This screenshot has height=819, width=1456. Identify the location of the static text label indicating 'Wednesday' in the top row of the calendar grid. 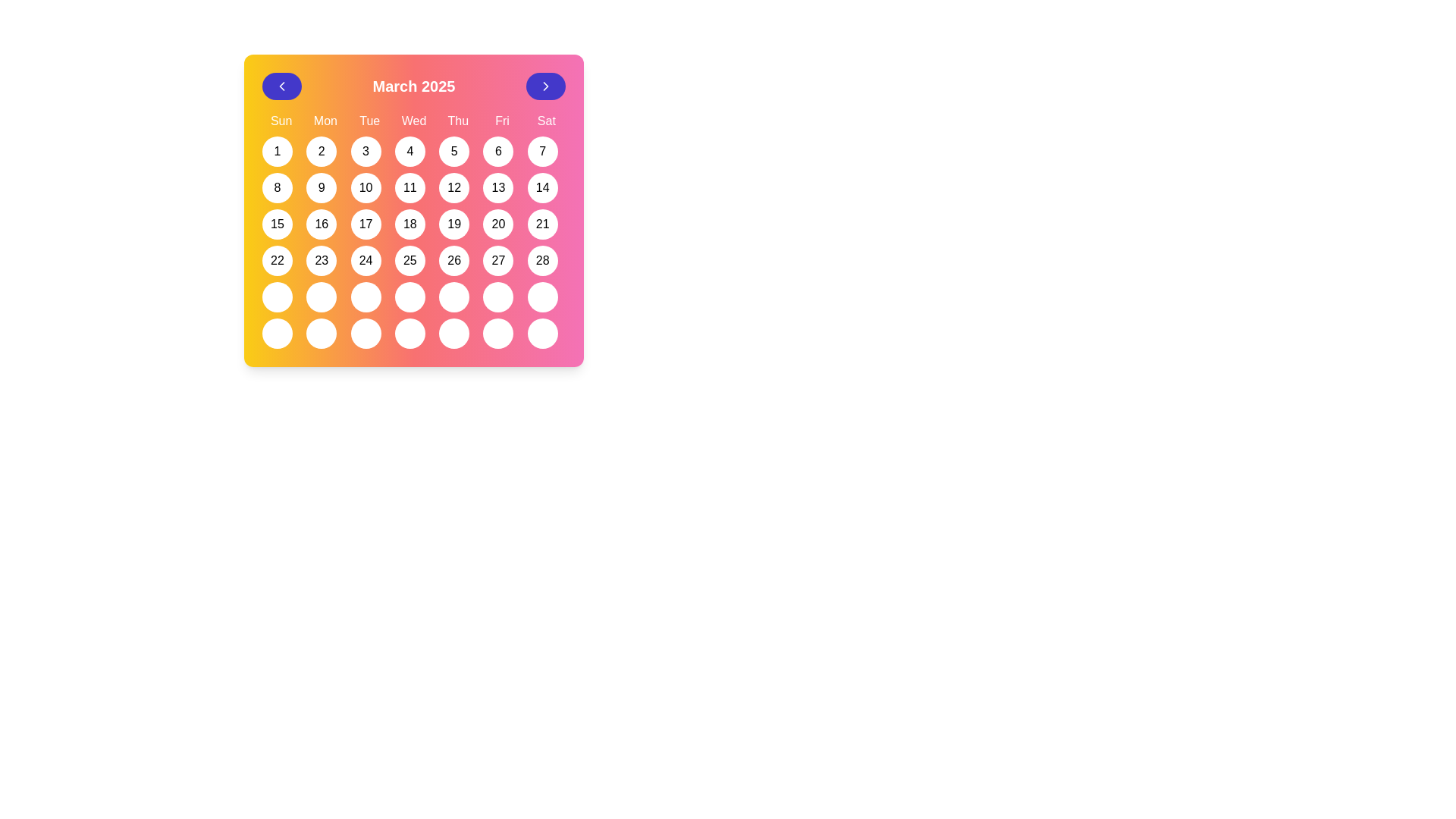
(414, 120).